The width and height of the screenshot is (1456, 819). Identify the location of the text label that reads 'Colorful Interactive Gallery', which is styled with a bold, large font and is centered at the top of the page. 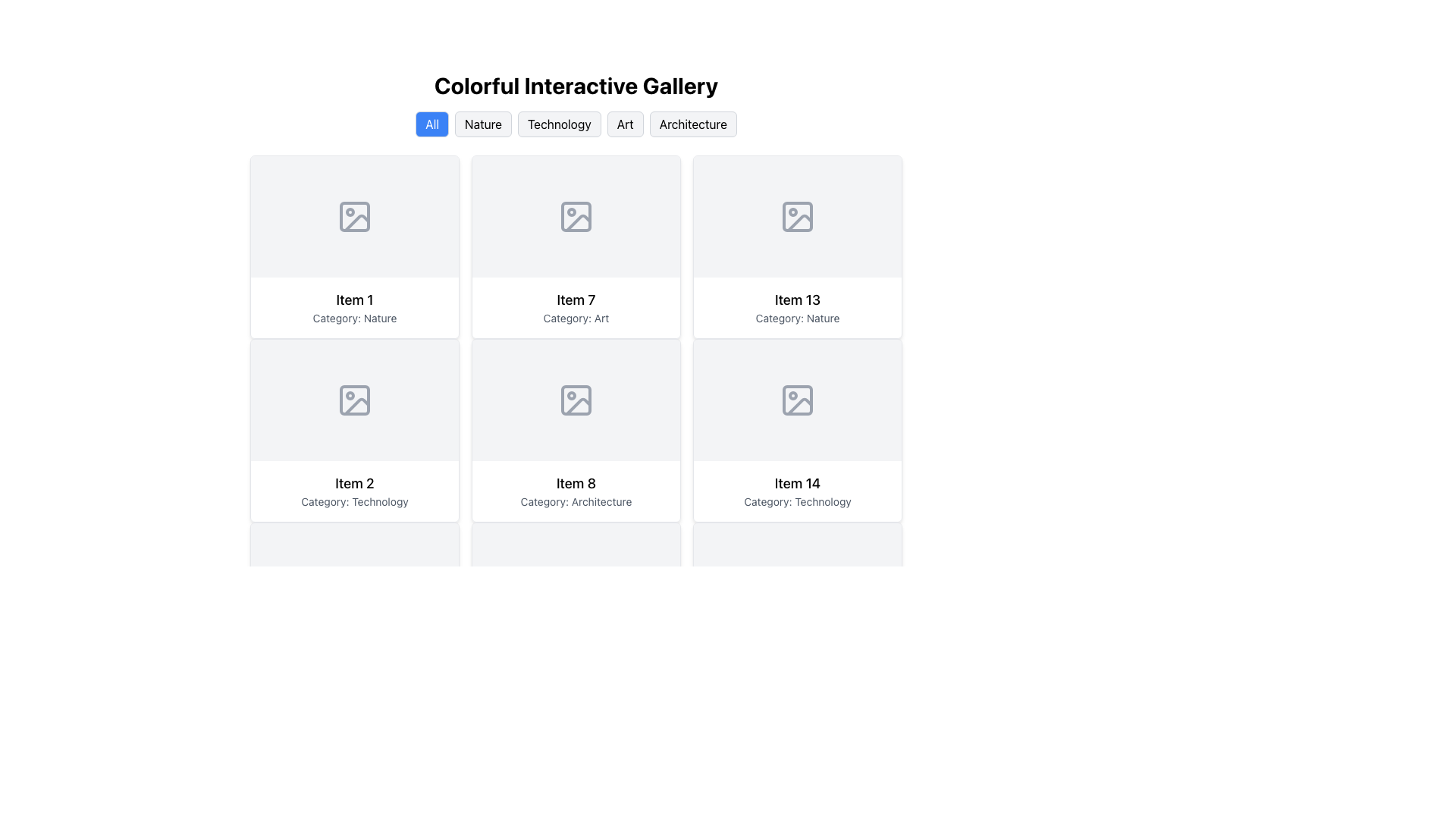
(575, 85).